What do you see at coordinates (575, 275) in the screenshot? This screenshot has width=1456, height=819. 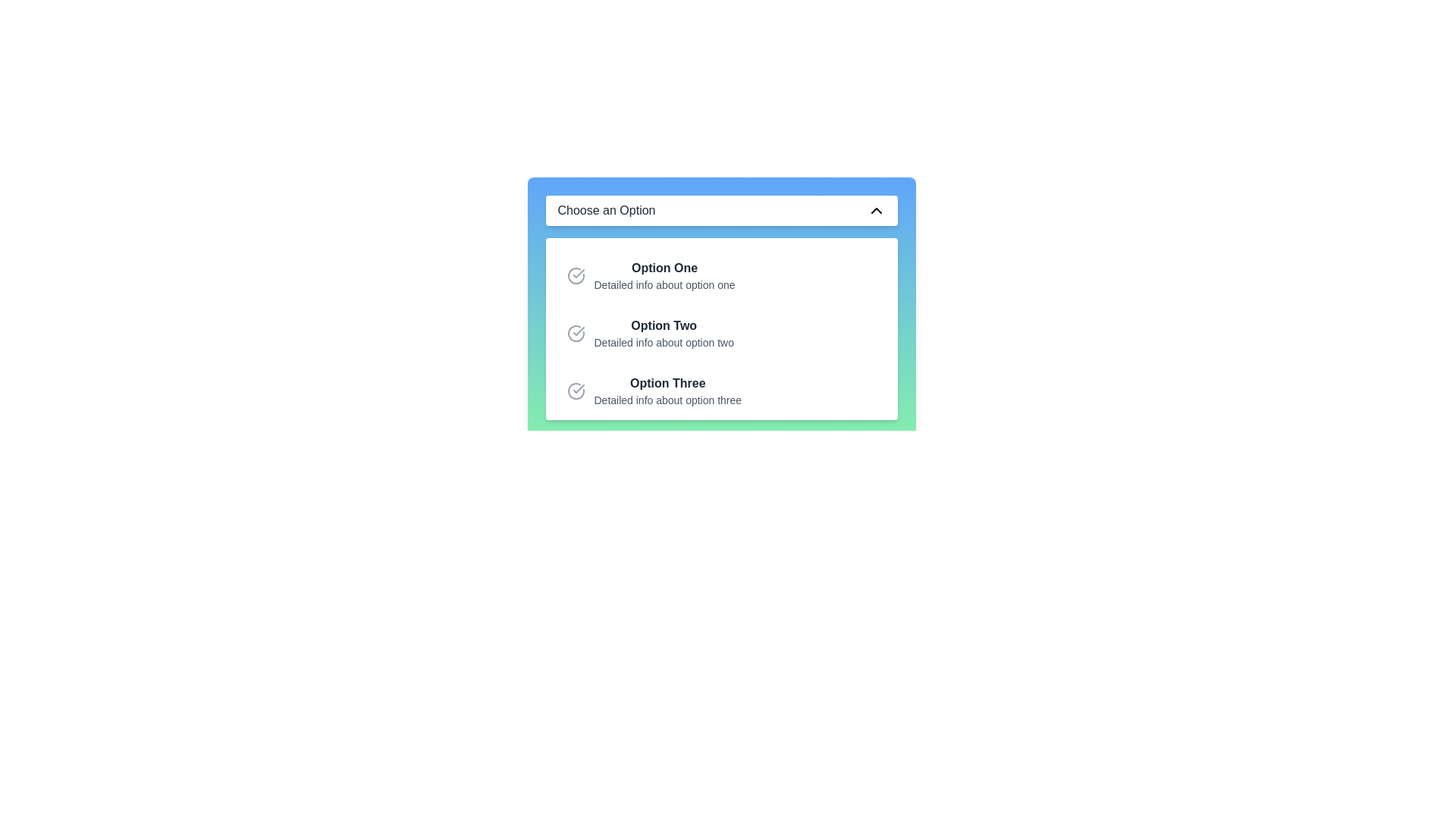 I see `the appearance of the circular checkmark icon representing the selection state of 'Option One' in the vertical list of selectable options` at bounding box center [575, 275].